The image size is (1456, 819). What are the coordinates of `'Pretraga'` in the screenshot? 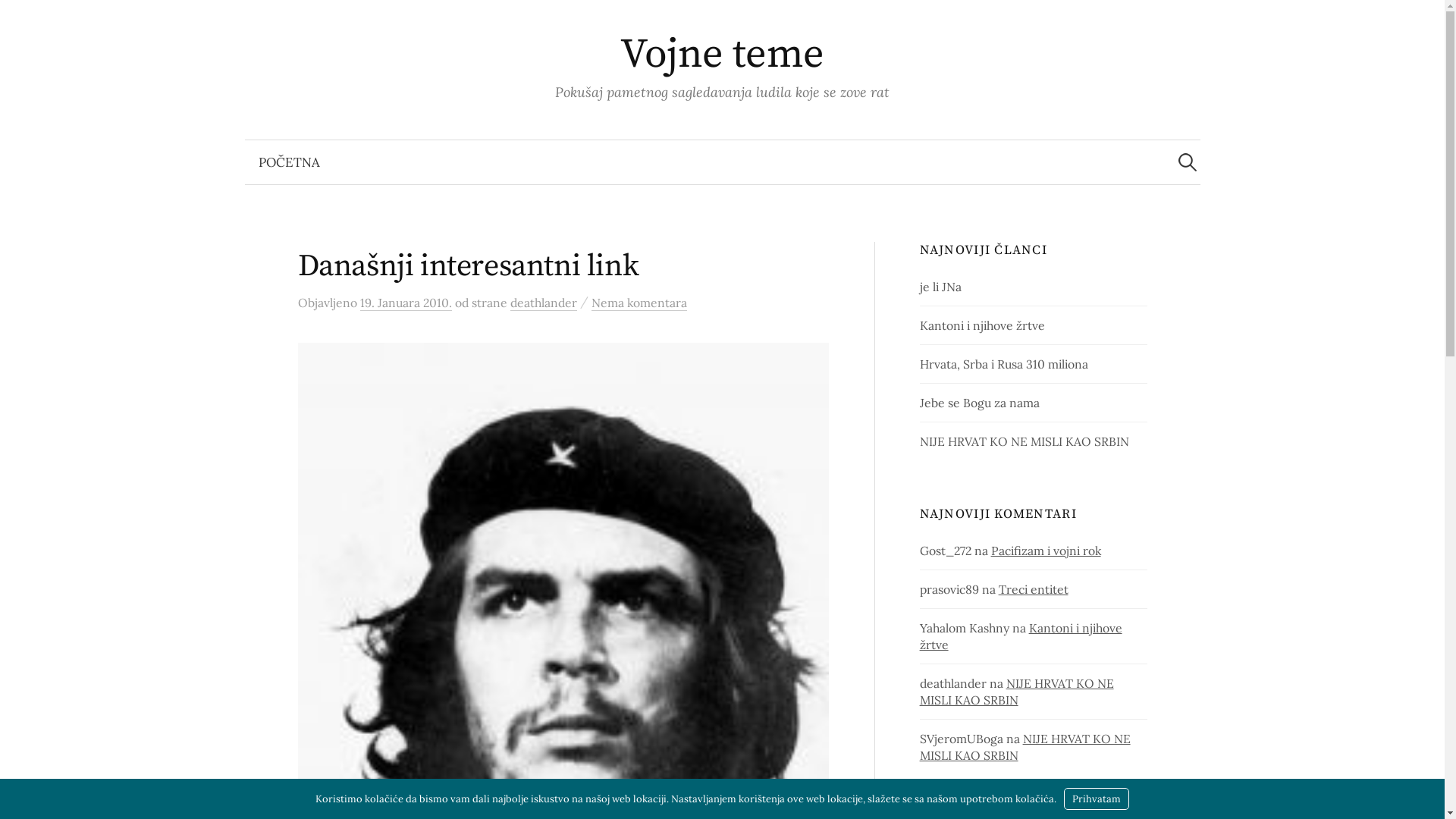 It's located at (18, 18).